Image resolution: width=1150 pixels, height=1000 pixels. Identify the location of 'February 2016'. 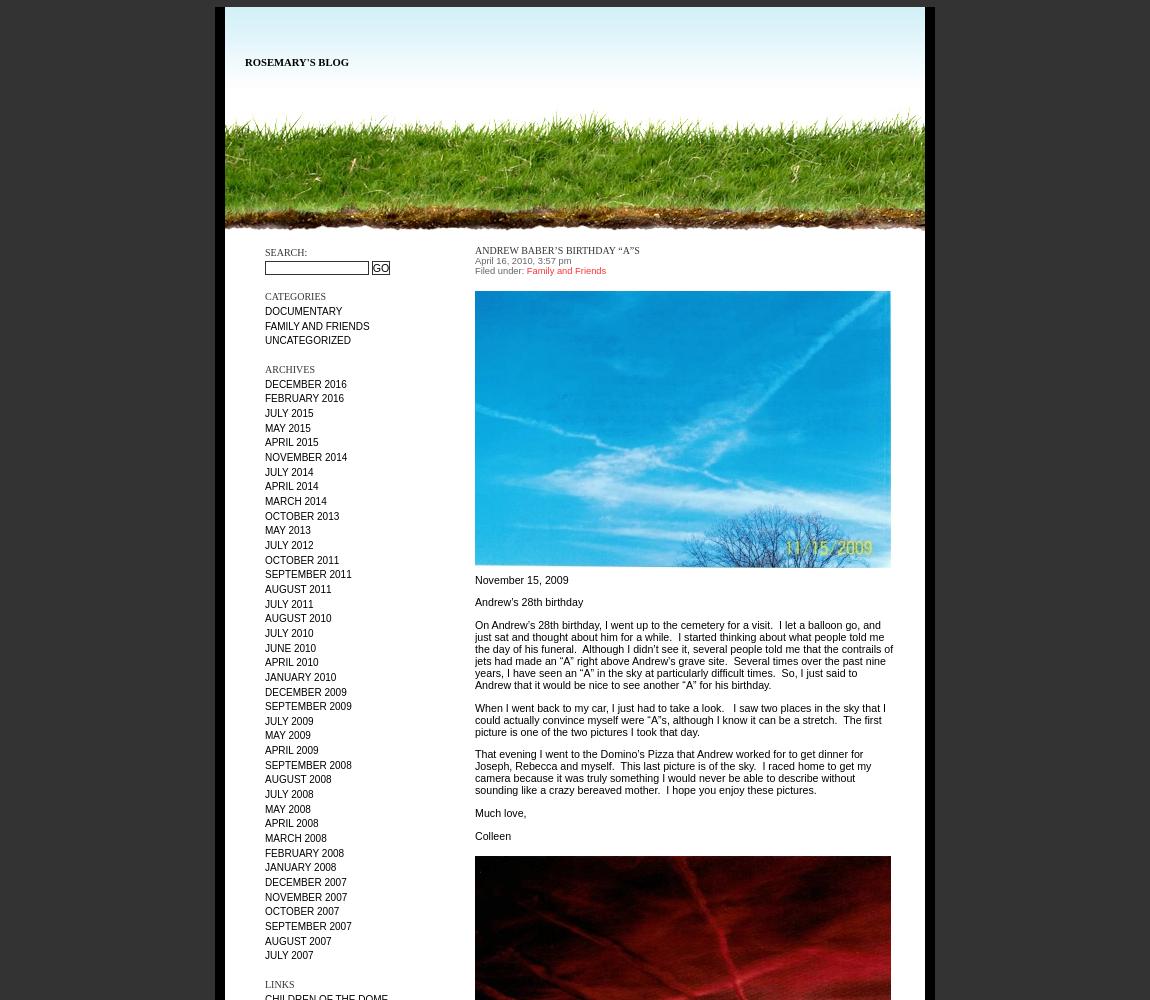
(304, 398).